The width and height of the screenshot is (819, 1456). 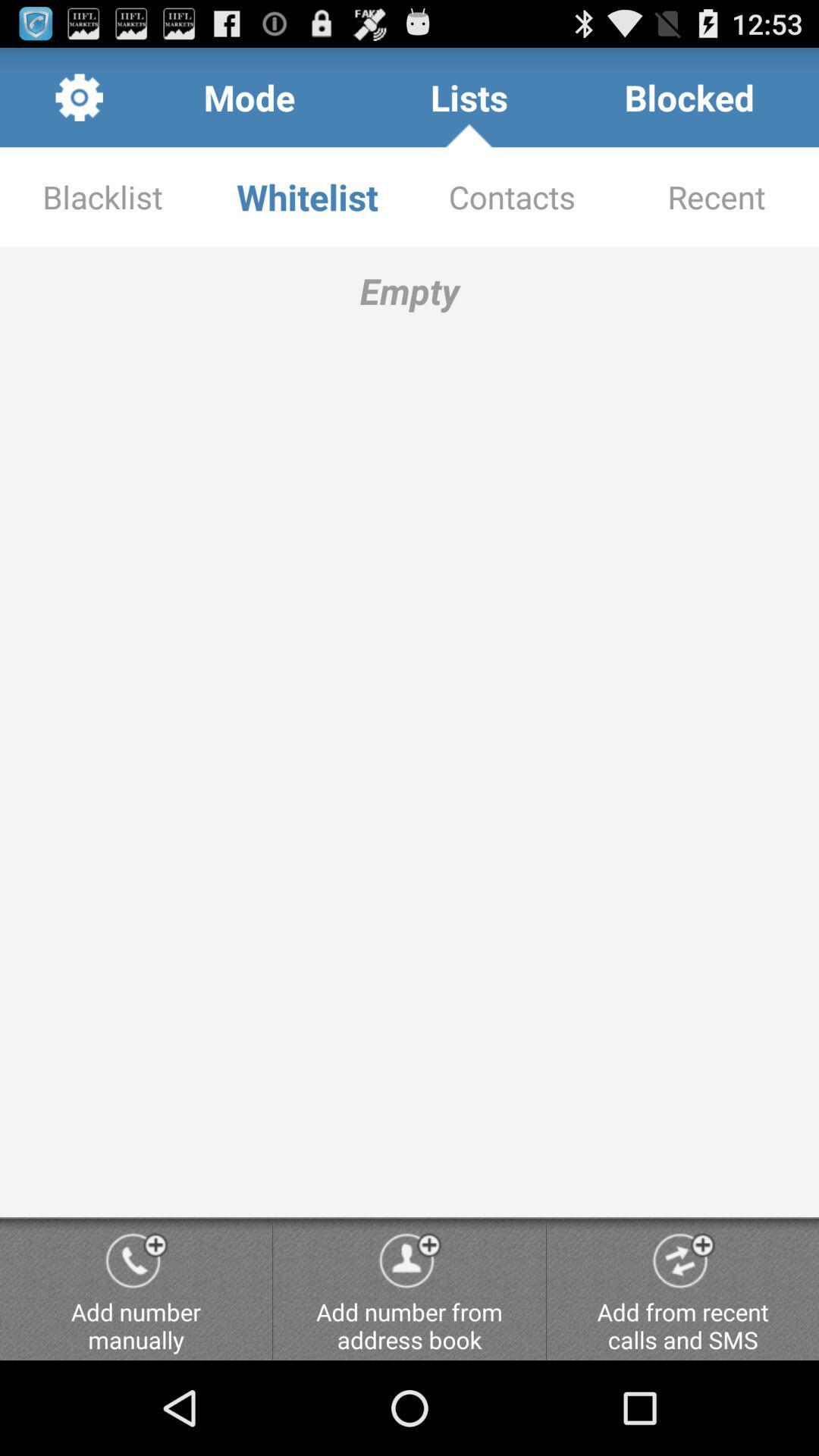 What do you see at coordinates (469, 96) in the screenshot?
I see `the item next to blocked item` at bounding box center [469, 96].